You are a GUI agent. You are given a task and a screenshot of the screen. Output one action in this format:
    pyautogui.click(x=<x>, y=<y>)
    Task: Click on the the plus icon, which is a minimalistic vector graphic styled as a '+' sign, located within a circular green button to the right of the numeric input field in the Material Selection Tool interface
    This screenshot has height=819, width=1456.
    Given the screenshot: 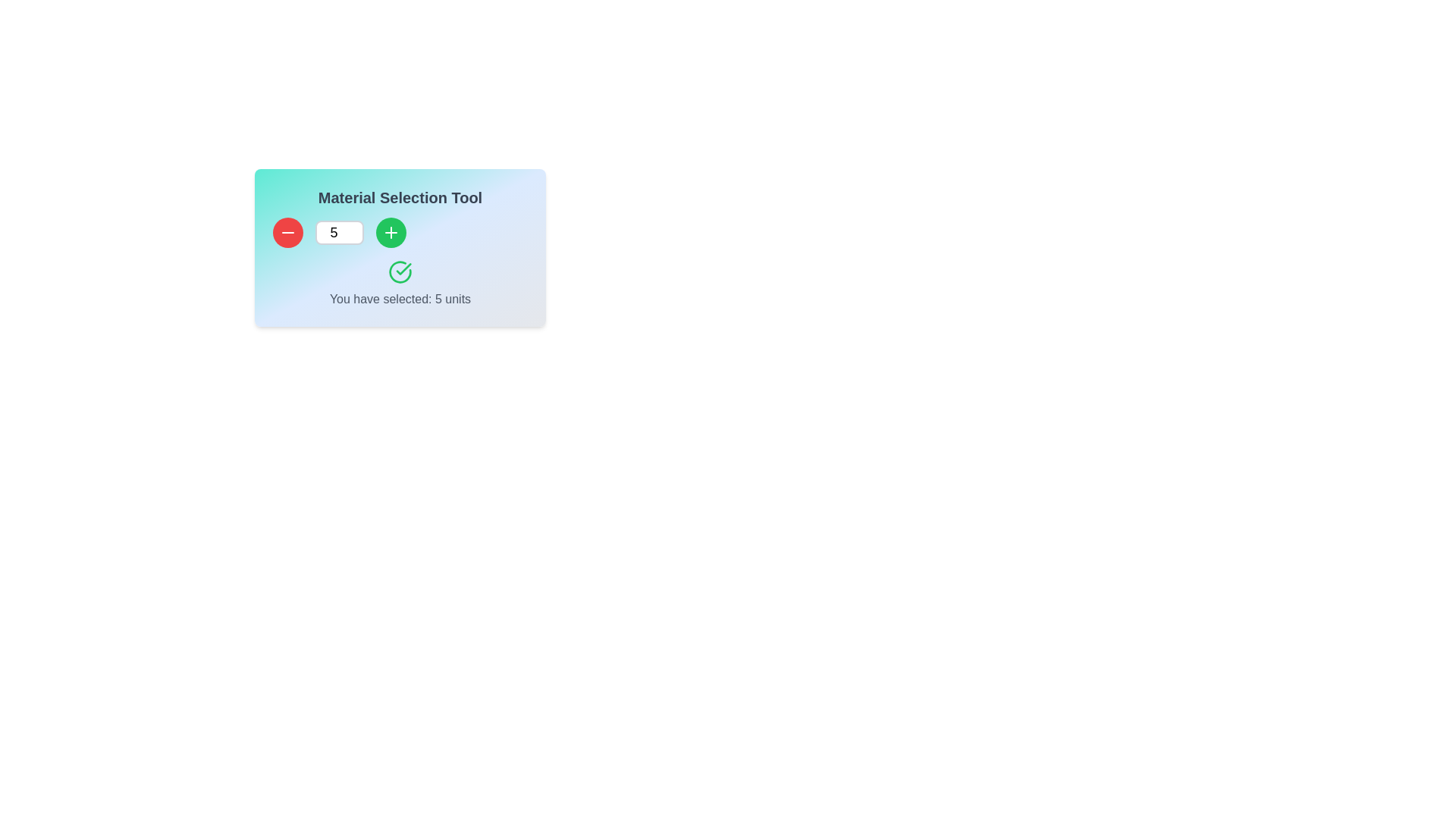 What is the action you would take?
    pyautogui.click(x=391, y=233)
    